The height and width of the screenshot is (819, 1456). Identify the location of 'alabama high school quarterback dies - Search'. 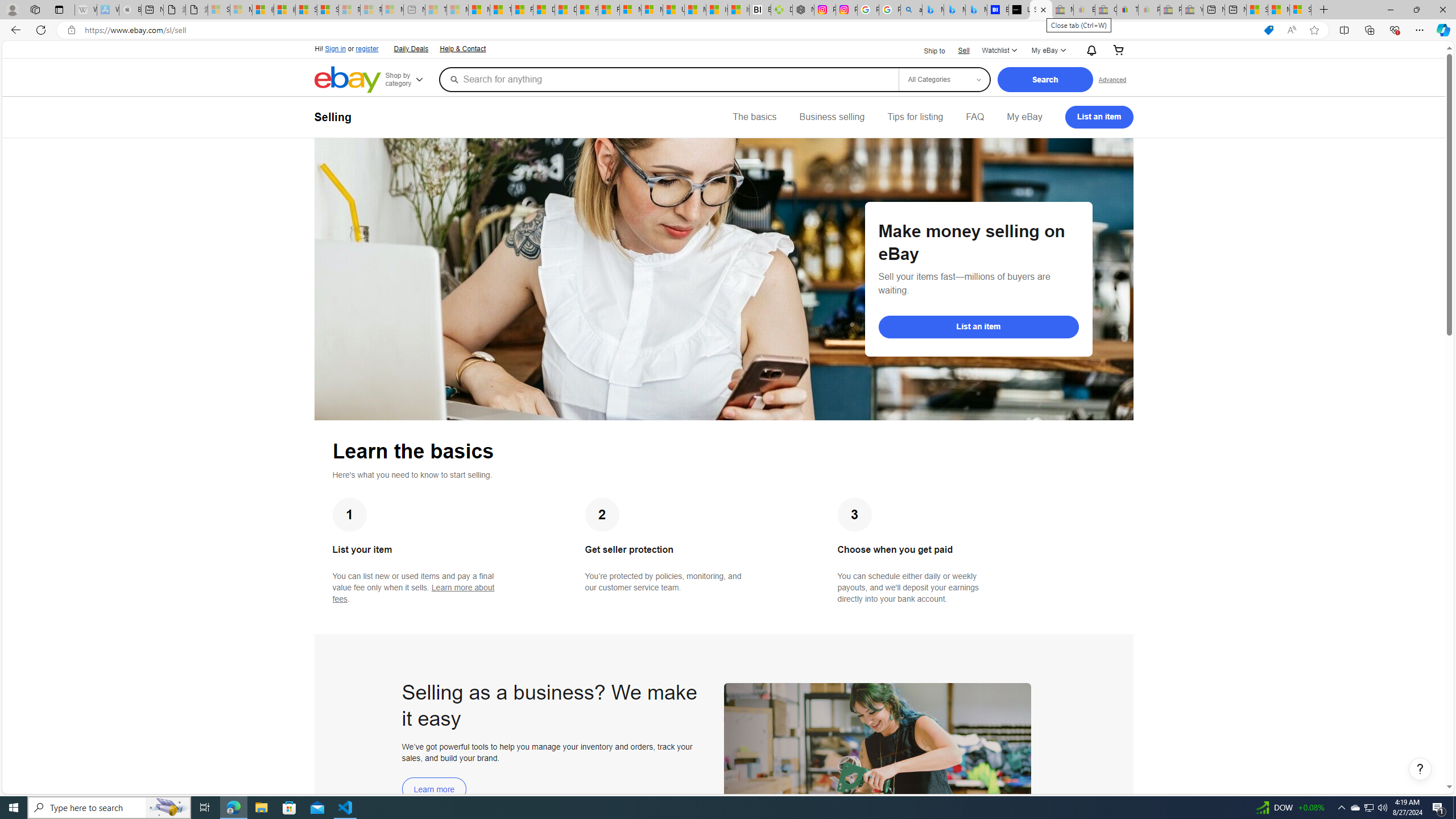
(911, 9).